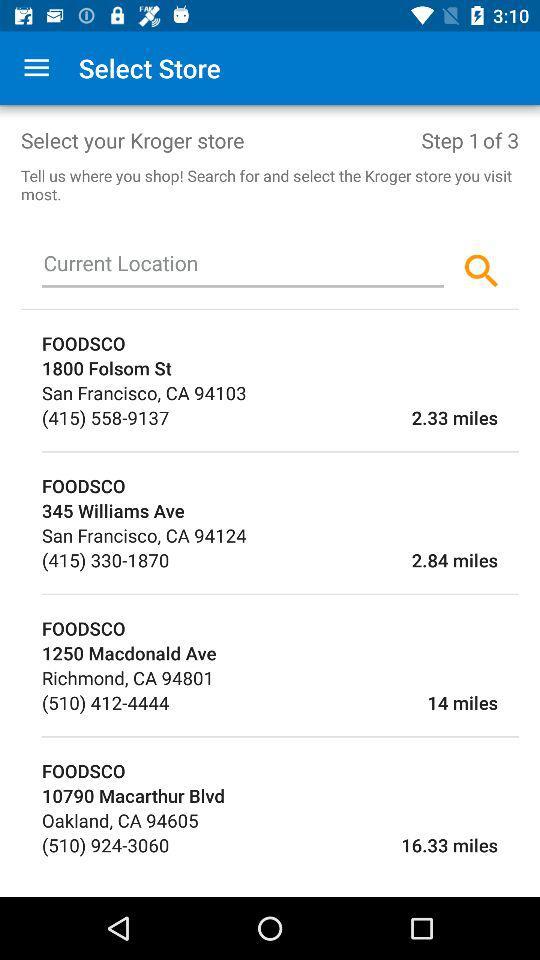 Image resolution: width=540 pixels, height=960 pixels. What do you see at coordinates (279, 652) in the screenshot?
I see `the 1250 macdonald ave icon` at bounding box center [279, 652].